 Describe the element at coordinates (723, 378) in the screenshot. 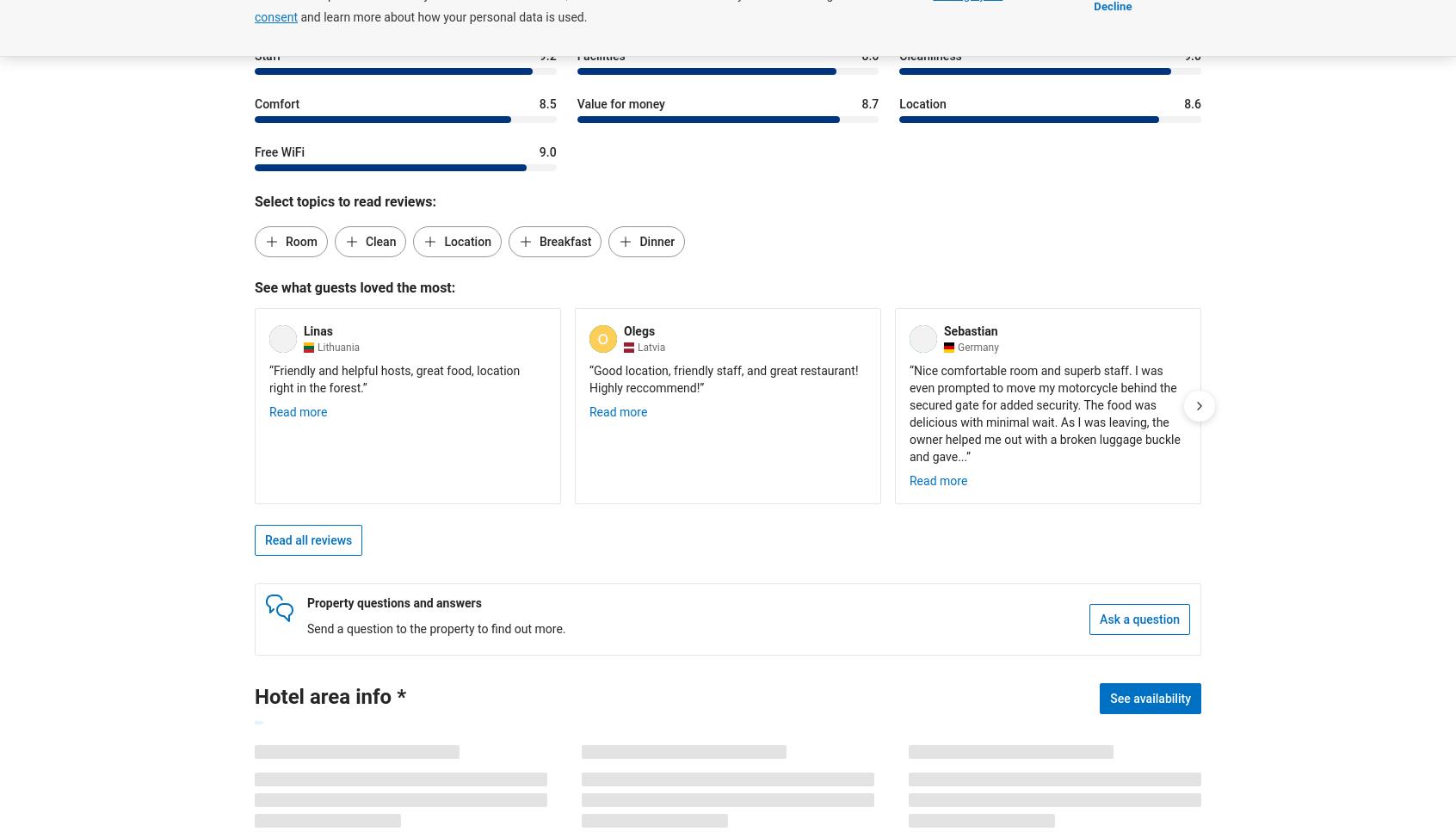

I see `'Good location, friendly staff, and great restaurant! Highly reccommend!'` at that location.